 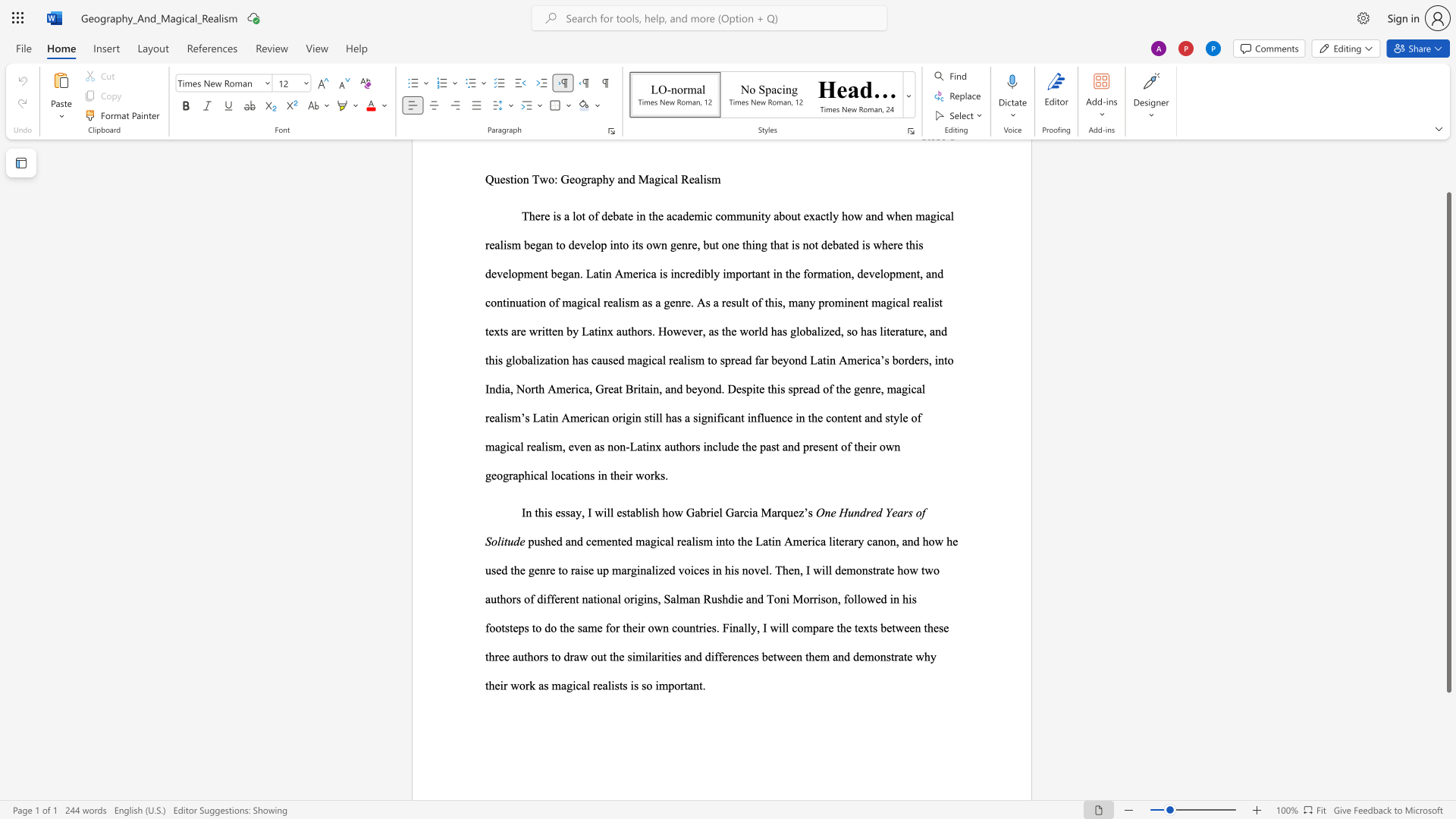 What do you see at coordinates (1448, 174) in the screenshot?
I see `the scrollbar to scroll upward` at bounding box center [1448, 174].